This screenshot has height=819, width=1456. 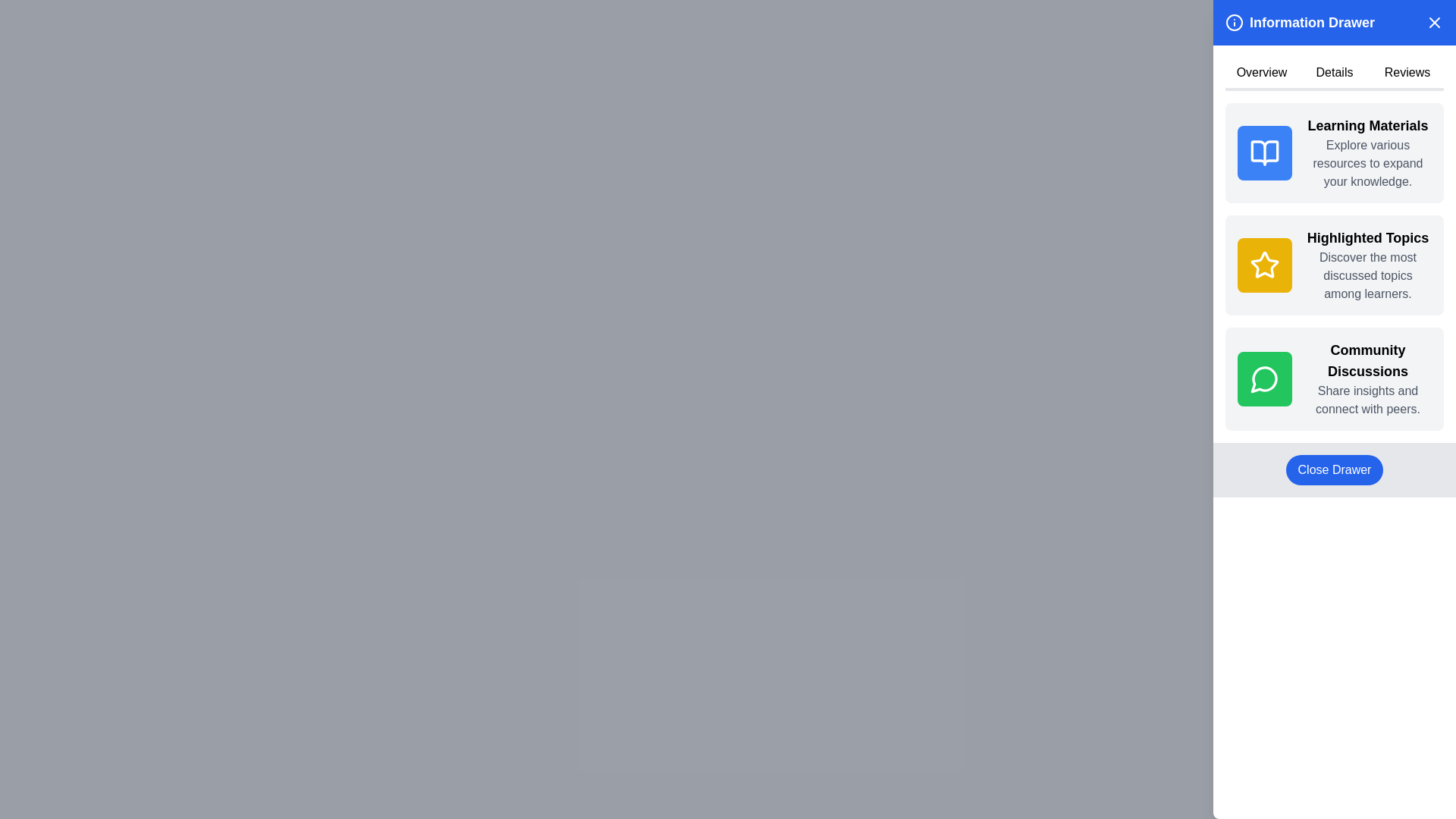 What do you see at coordinates (1433, 23) in the screenshot?
I see `the close button located on the far right end of the blue header bar` at bounding box center [1433, 23].